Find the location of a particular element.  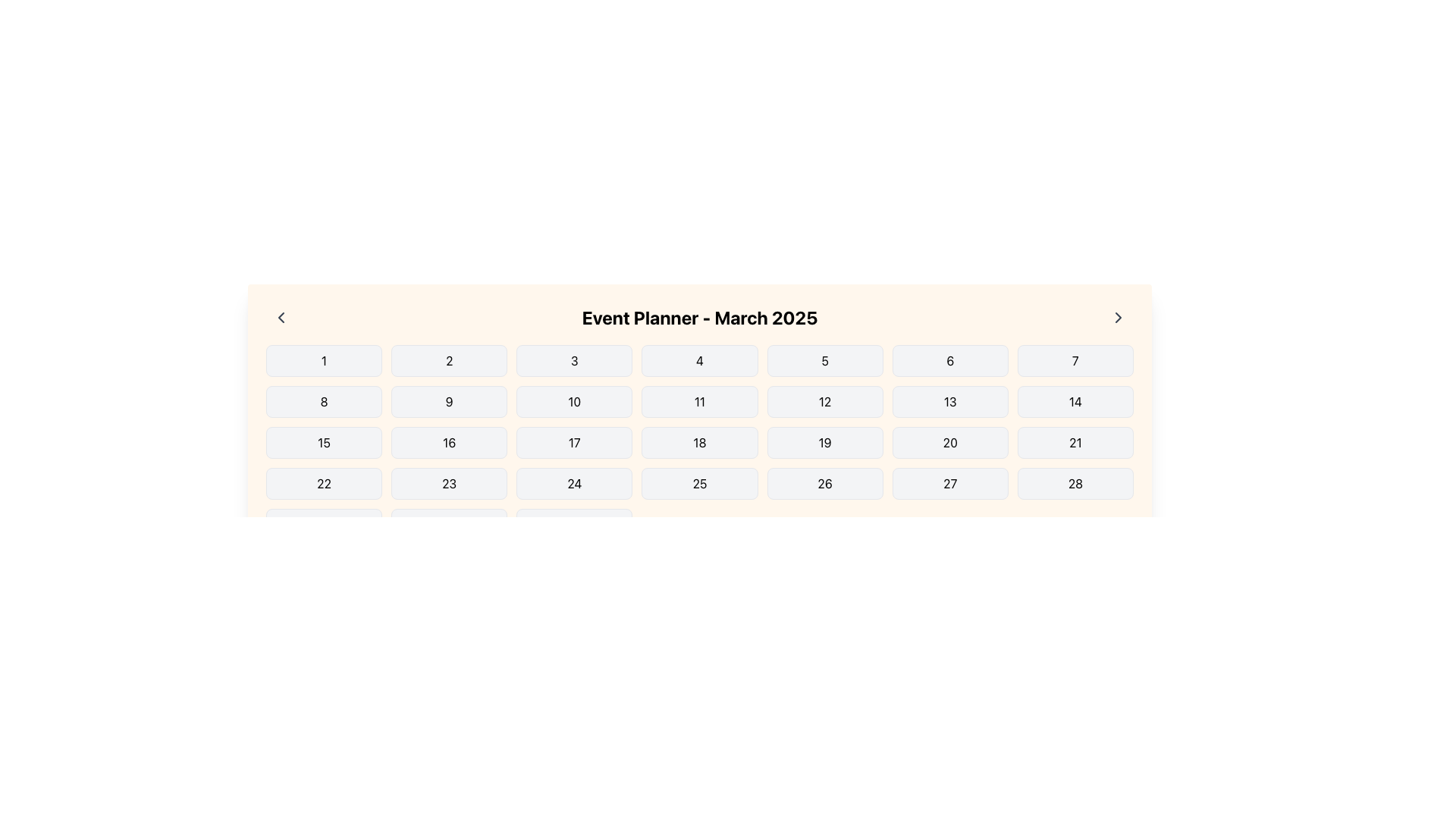

the Text label indicating the second day in the March 2025 calendar grid is located at coordinates (448, 360).